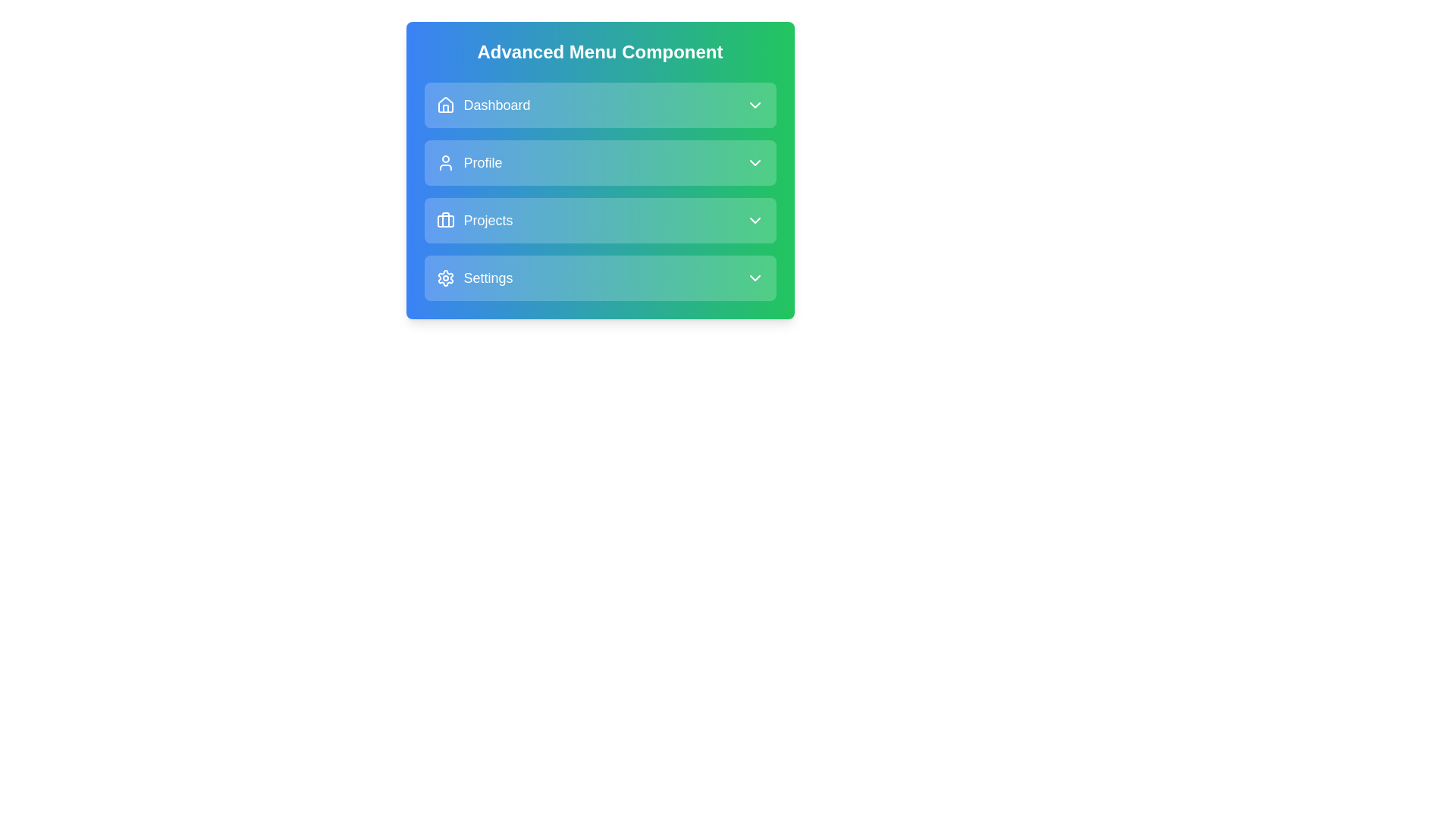 This screenshot has height=819, width=1456. Describe the element at coordinates (444, 163) in the screenshot. I see `the Profile icon located to the left of the 'Profile' text label` at that location.